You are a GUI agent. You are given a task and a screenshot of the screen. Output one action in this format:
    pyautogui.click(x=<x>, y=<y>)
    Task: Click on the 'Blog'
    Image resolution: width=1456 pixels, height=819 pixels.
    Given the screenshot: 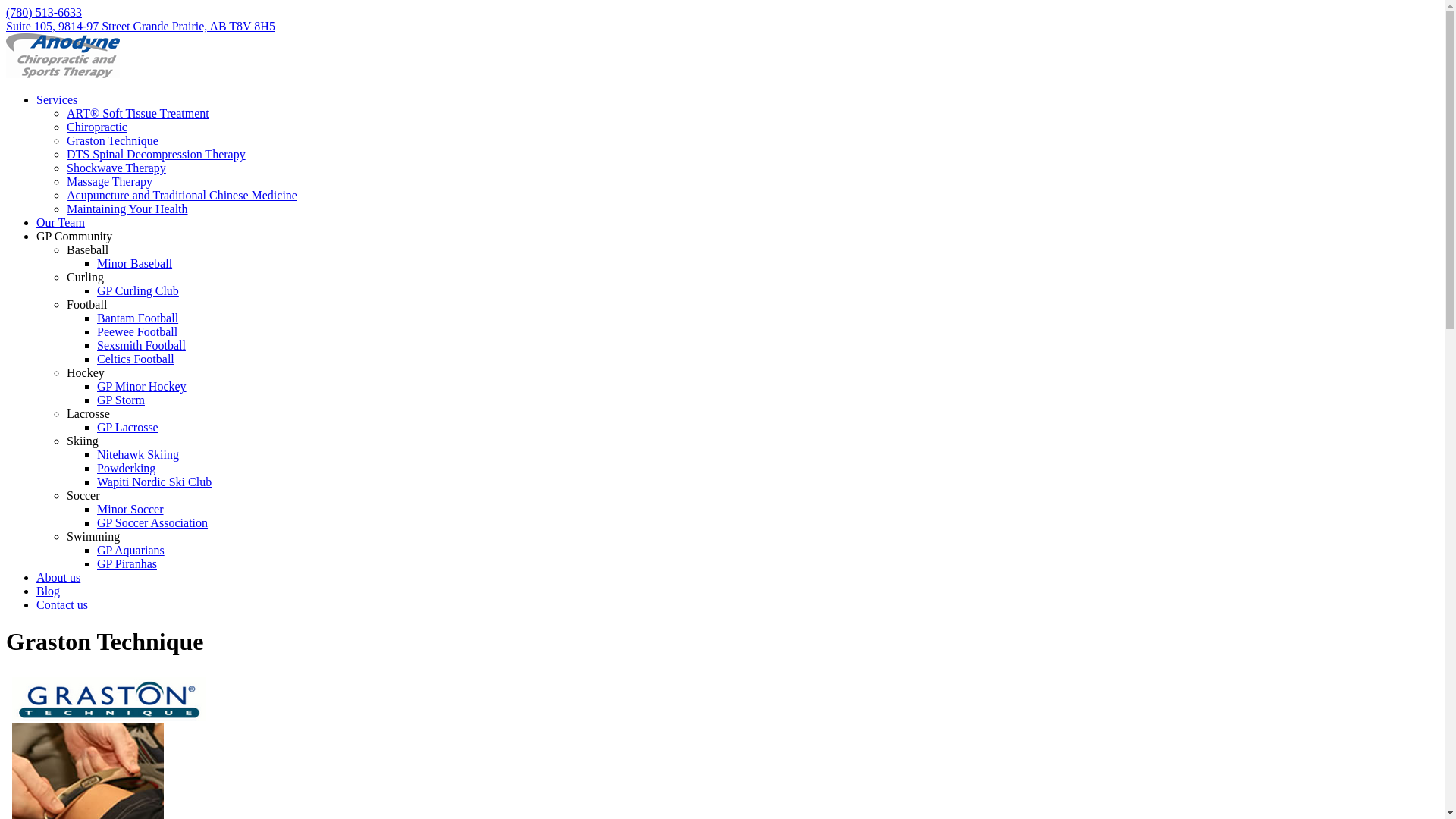 What is the action you would take?
    pyautogui.click(x=48, y=590)
    